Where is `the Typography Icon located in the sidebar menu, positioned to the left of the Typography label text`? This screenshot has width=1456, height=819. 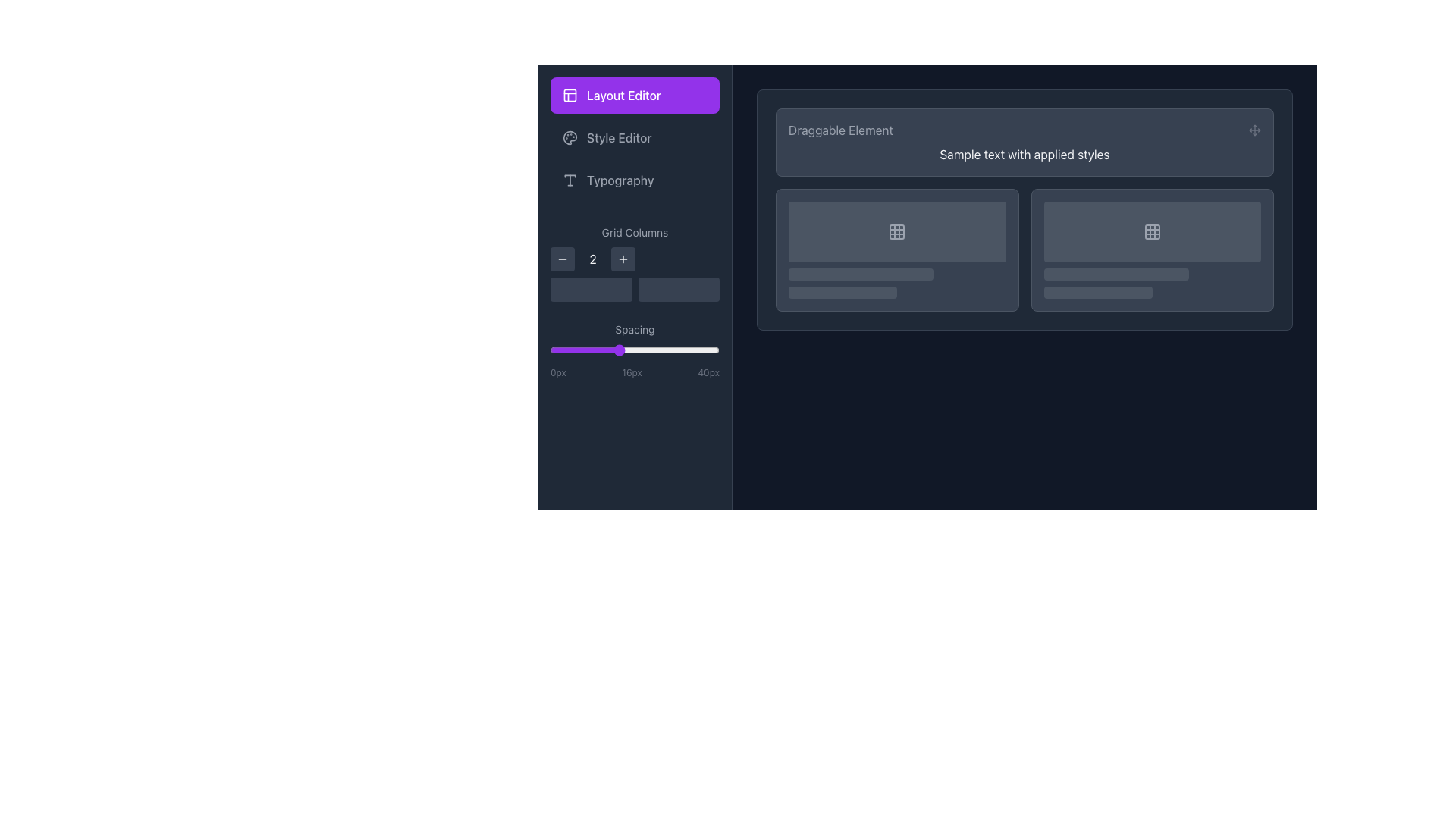
the Typography Icon located in the sidebar menu, positioned to the left of the Typography label text is located at coordinates (570, 180).